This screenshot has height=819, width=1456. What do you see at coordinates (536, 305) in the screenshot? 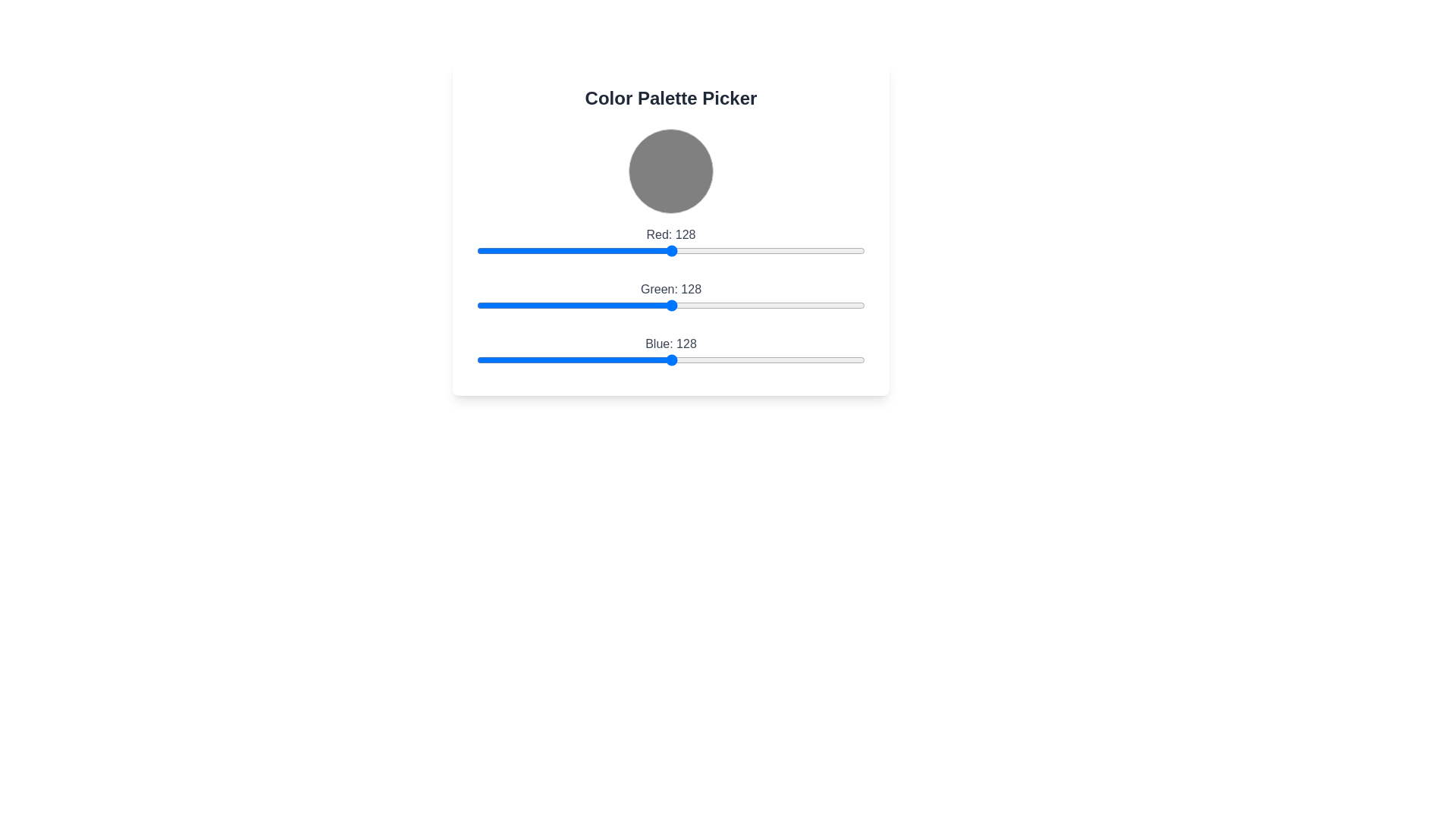
I see `the green color value` at bounding box center [536, 305].